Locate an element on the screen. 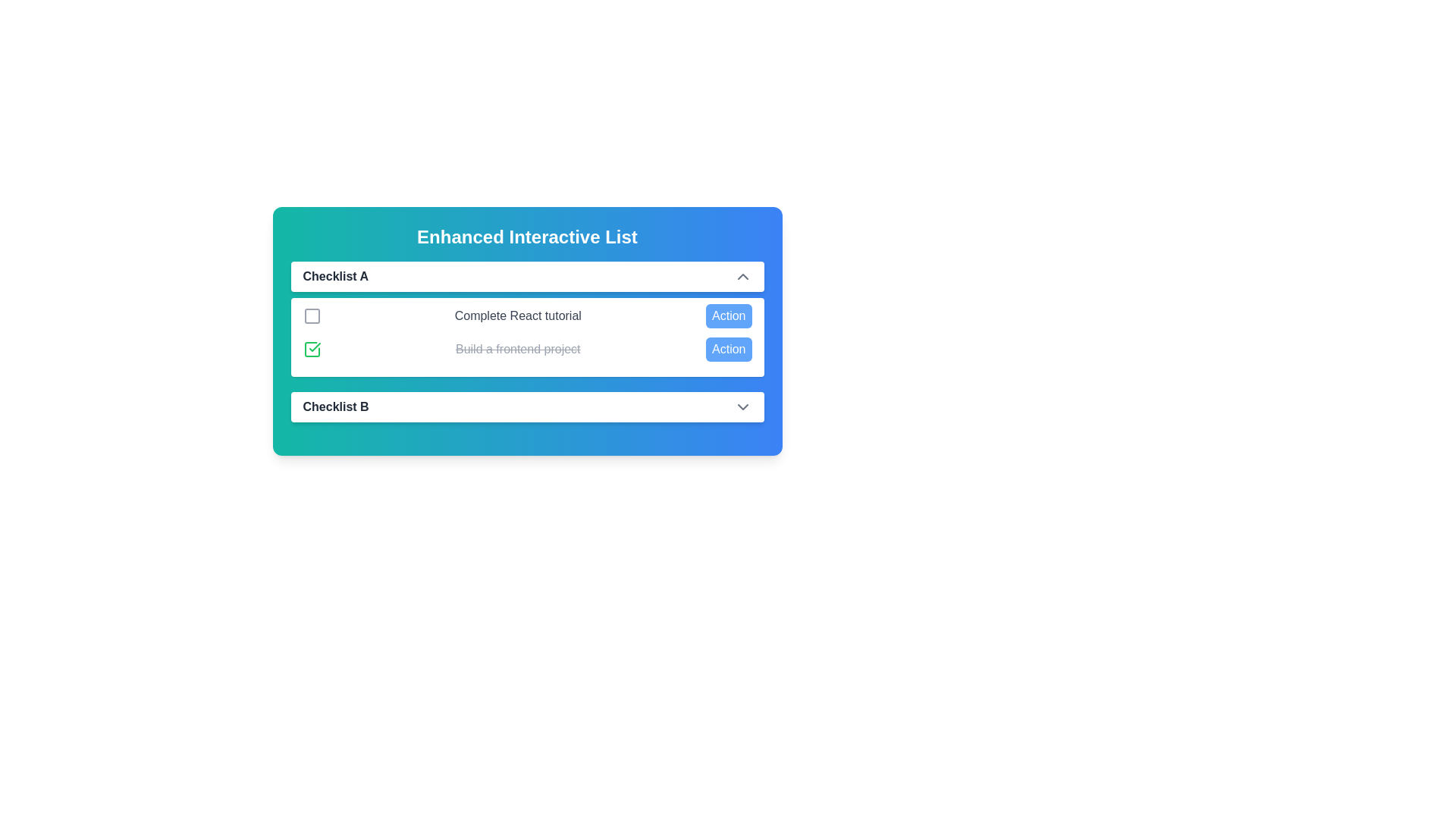 The width and height of the screenshot is (1456, 819). the dropdown indicator icon located at the far right of the 'Checklist B' area next to the text 'Checklist B' is located at coordinates (742, 406).